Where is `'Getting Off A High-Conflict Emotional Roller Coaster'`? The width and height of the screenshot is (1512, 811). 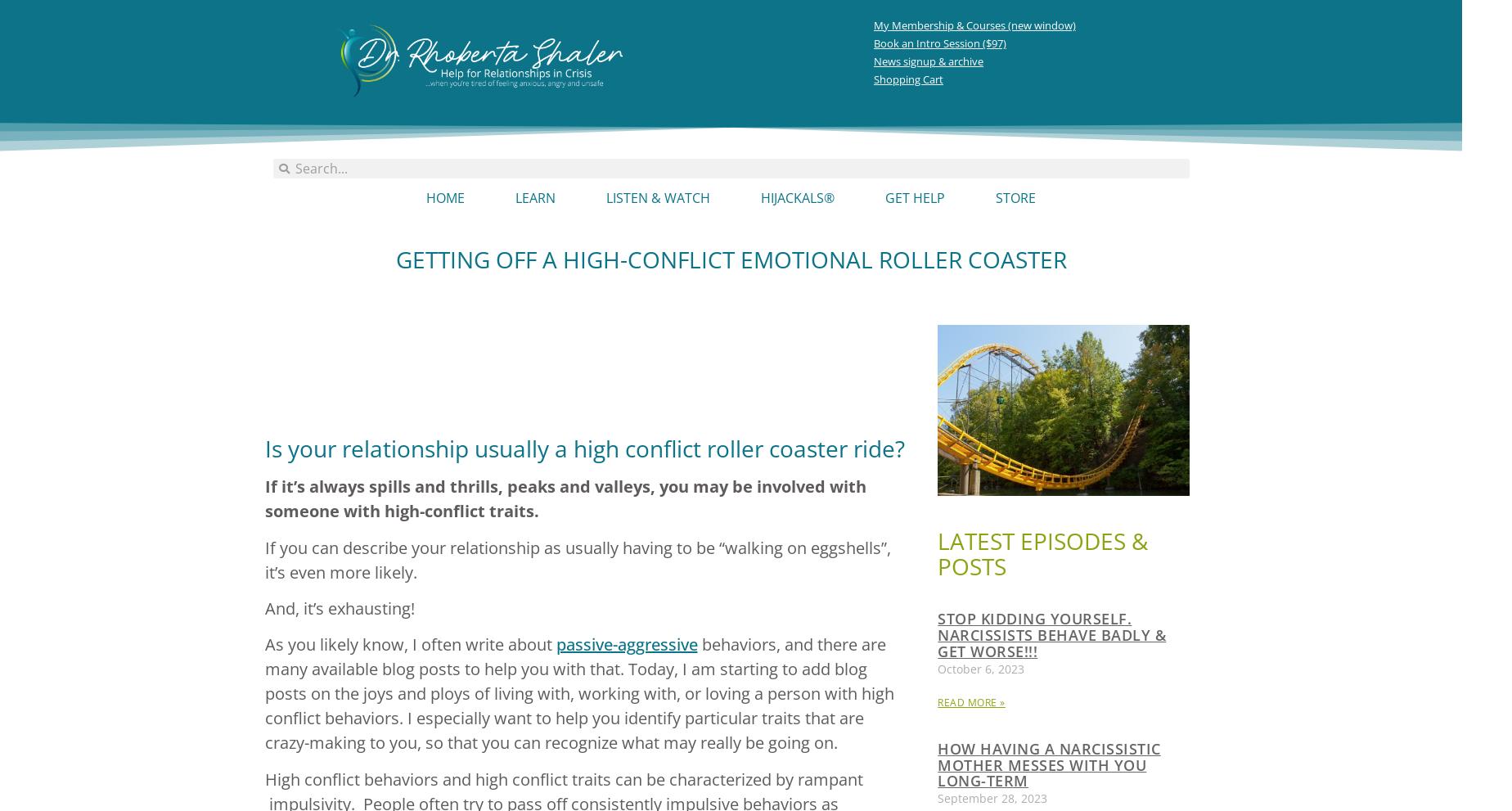
'Getting Off A High-Conflict Emotional Roller Coaster' is located at coordinates (730, 259).